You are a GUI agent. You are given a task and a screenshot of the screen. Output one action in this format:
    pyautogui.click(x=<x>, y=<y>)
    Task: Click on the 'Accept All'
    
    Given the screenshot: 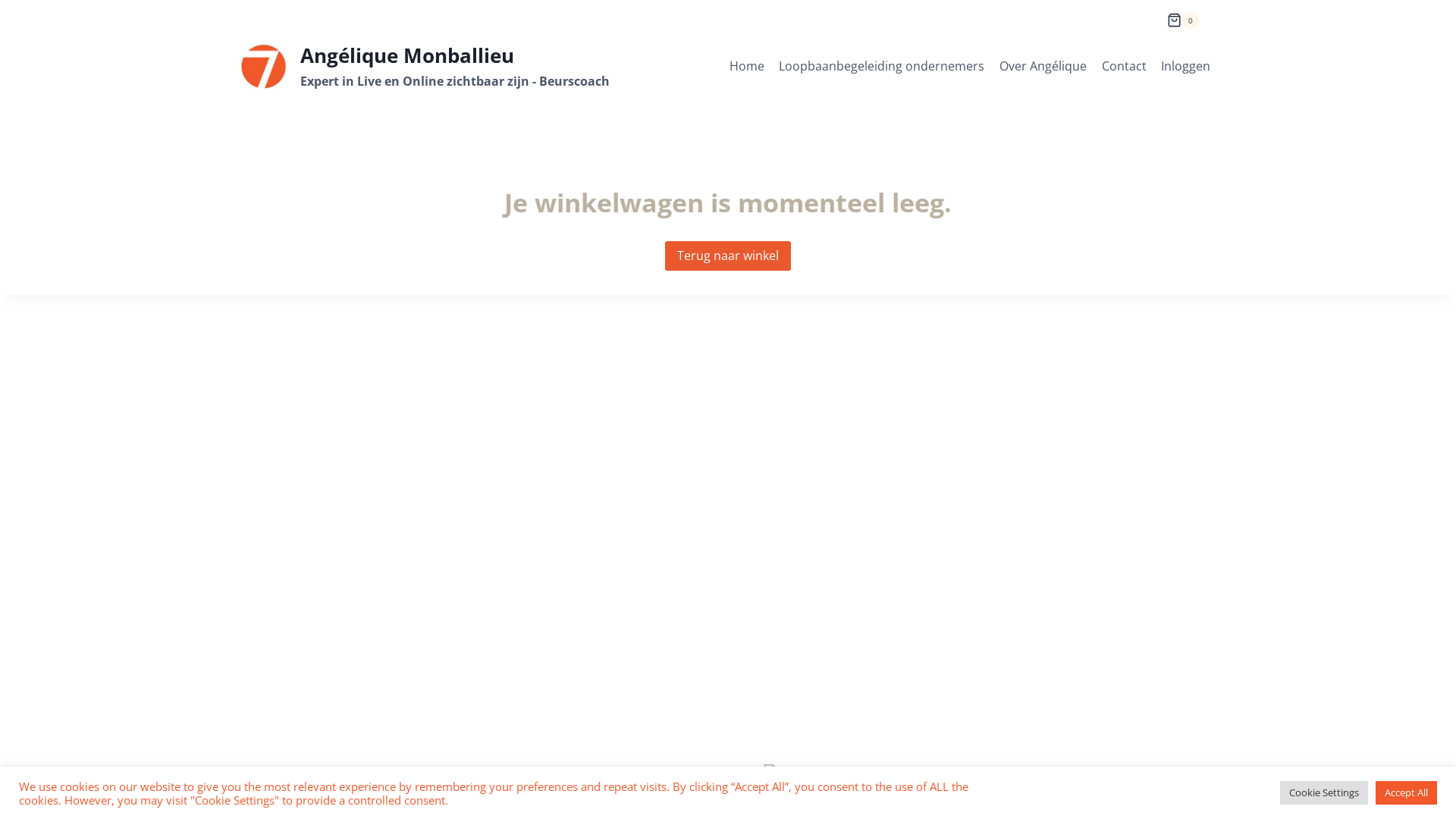 What is the action you would take?
    pyautogui.click(x=1376, y=792)
    